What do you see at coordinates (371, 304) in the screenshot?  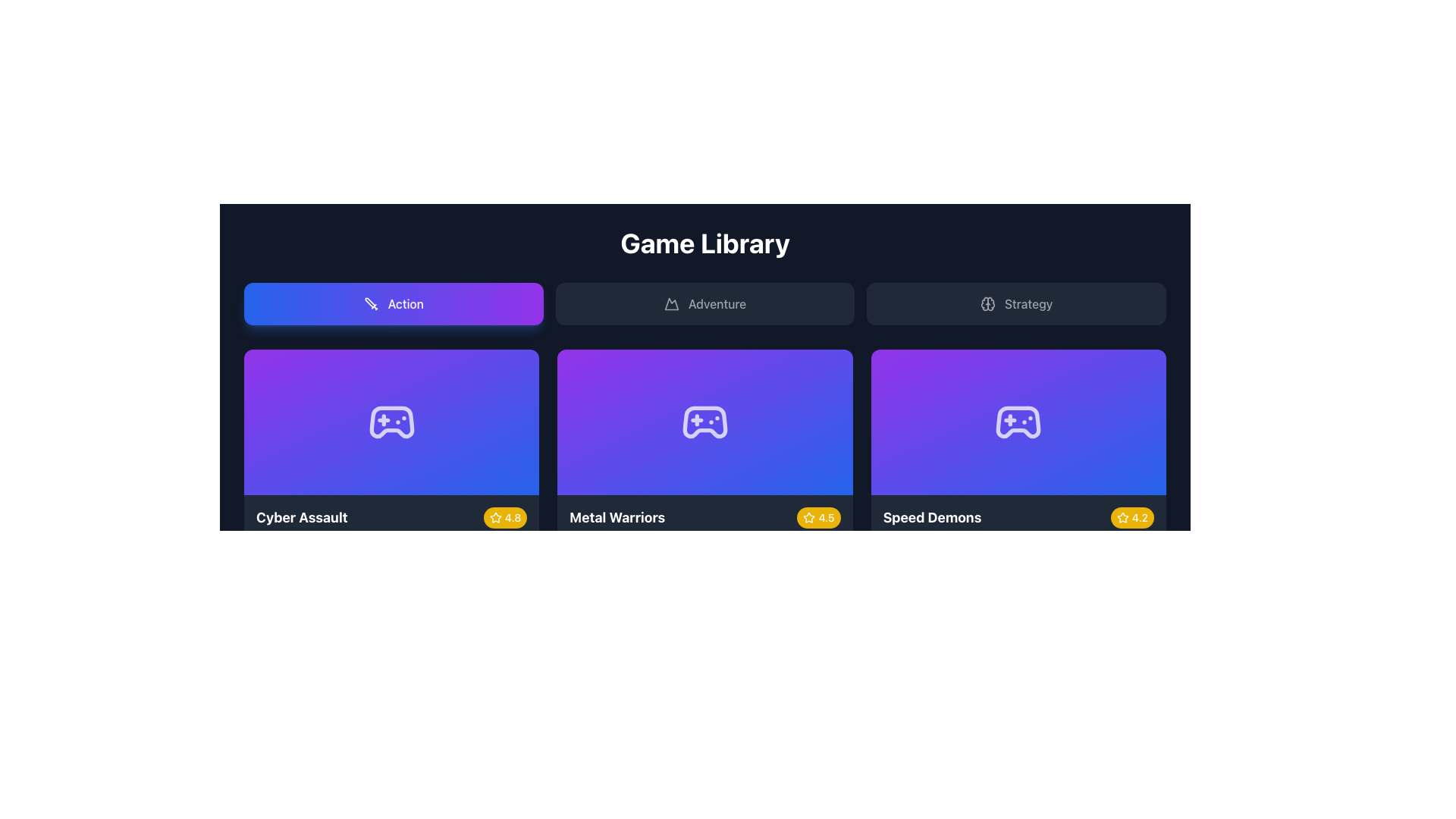 I see `decorative SVG icon that is positioned to the left side of the 'Action' button, which is the first button in the top row, located to the left of the 'Adventure' and 'Strategy' buttons` at bounding box center [371, 304].